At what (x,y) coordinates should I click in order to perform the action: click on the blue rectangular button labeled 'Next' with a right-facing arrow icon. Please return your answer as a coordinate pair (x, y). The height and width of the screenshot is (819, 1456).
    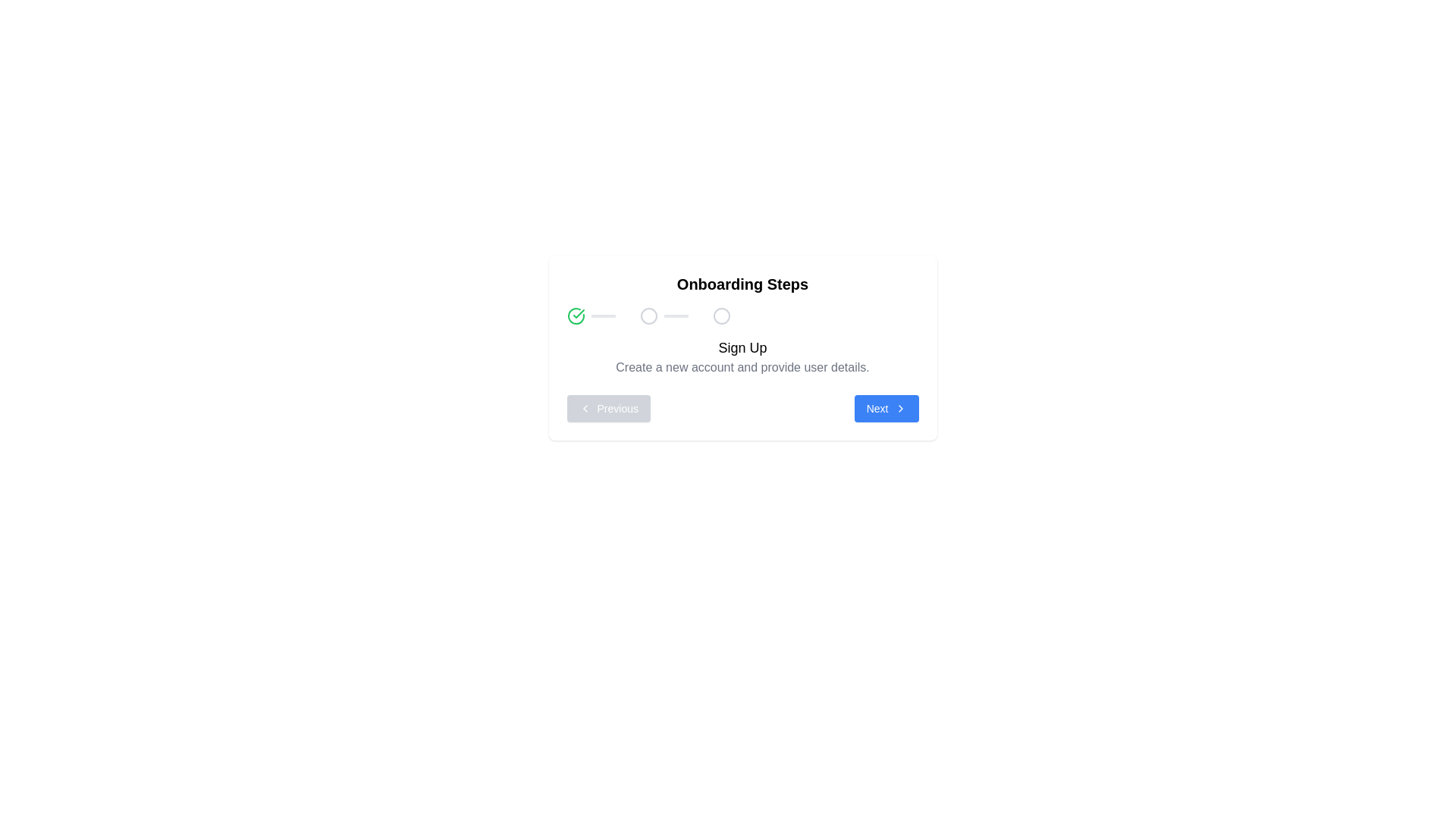
    Looking at the image, I should click on (886, 408).